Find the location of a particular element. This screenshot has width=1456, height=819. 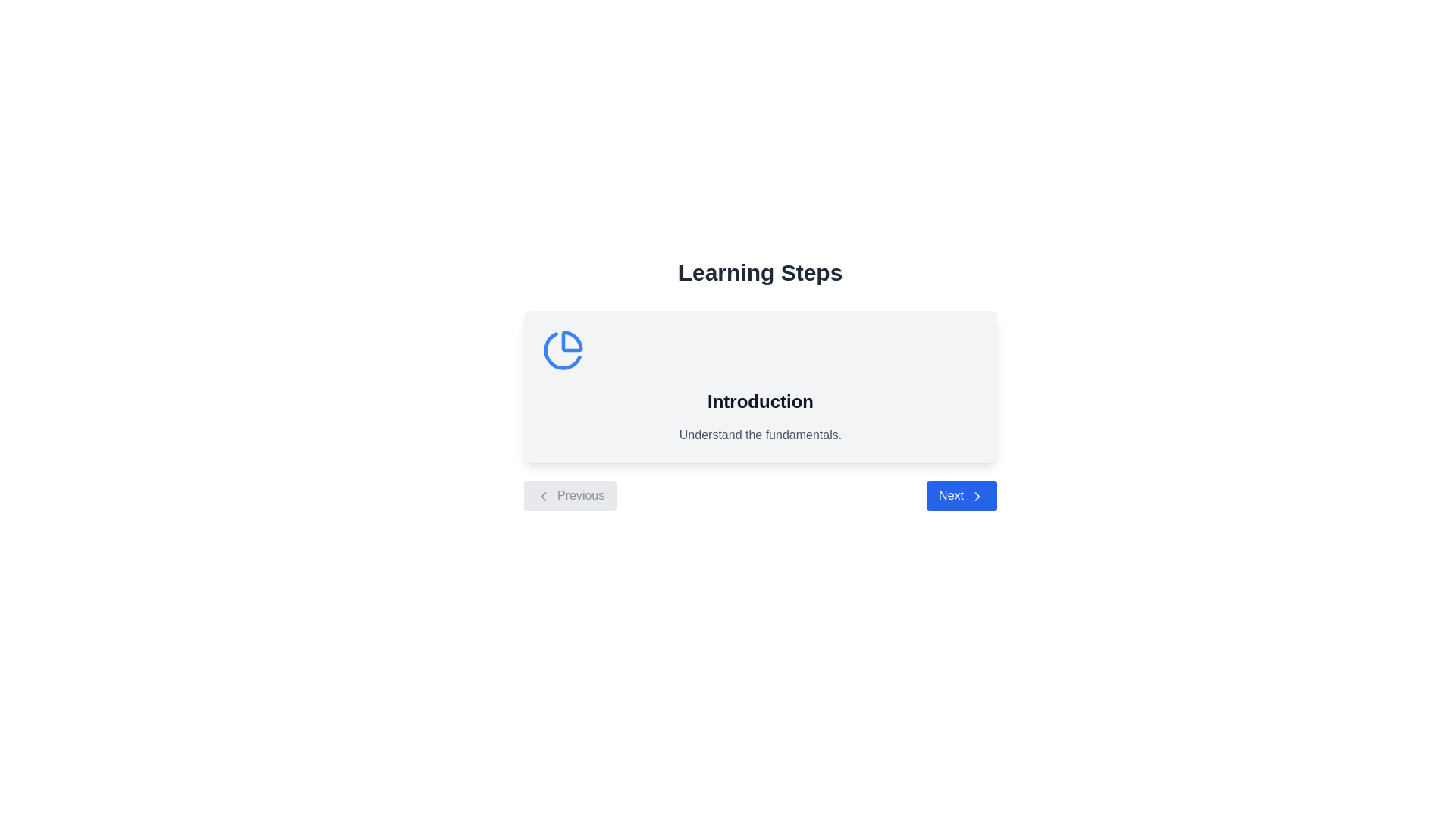

the navigational button to go to the previous step in the Learning Steps section, located at the bottom-left of the card, immediately to the left of the Next button is located at coordinates (570, 496).